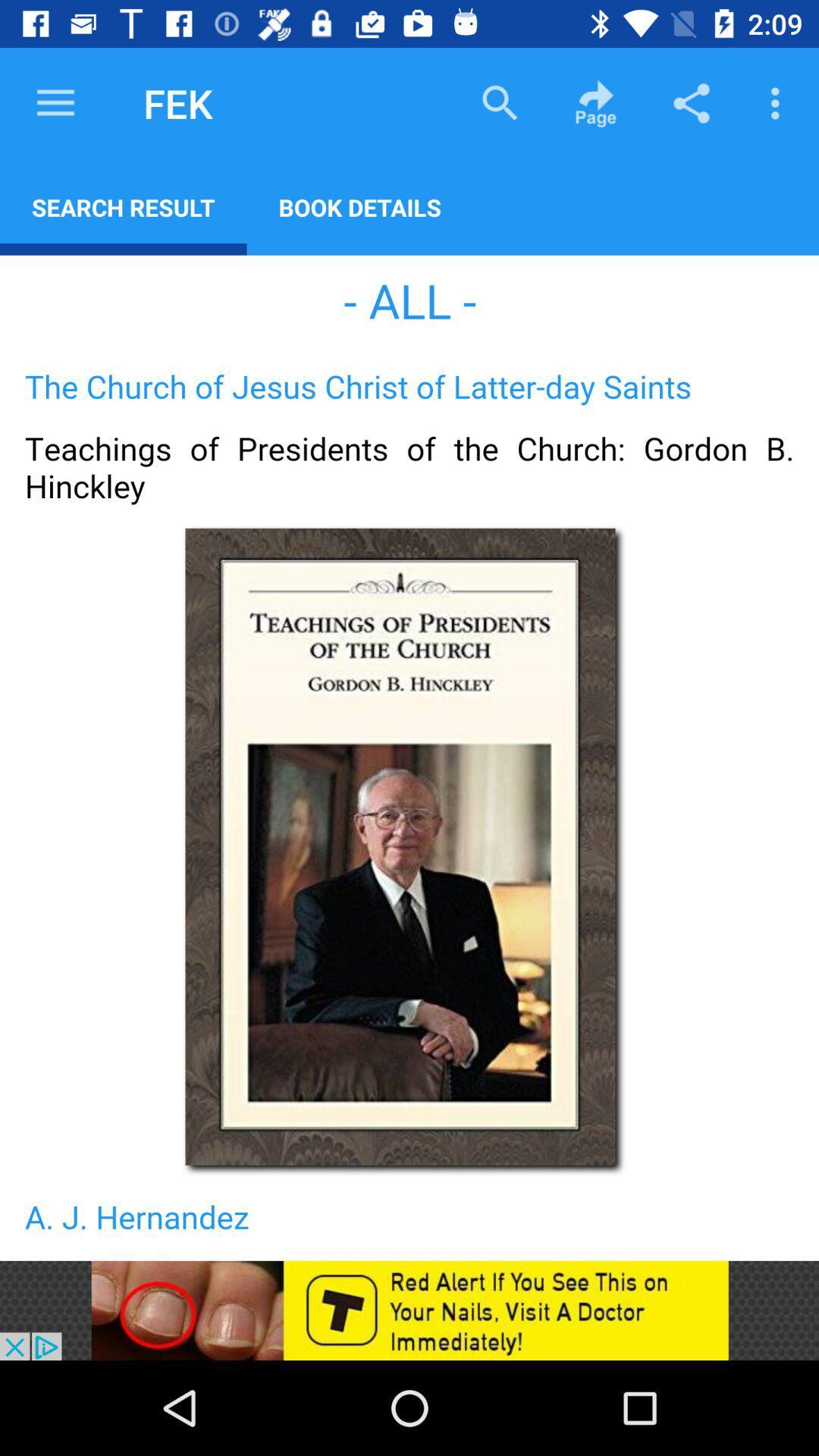  I want to click on the share icon, so click(691, 102).